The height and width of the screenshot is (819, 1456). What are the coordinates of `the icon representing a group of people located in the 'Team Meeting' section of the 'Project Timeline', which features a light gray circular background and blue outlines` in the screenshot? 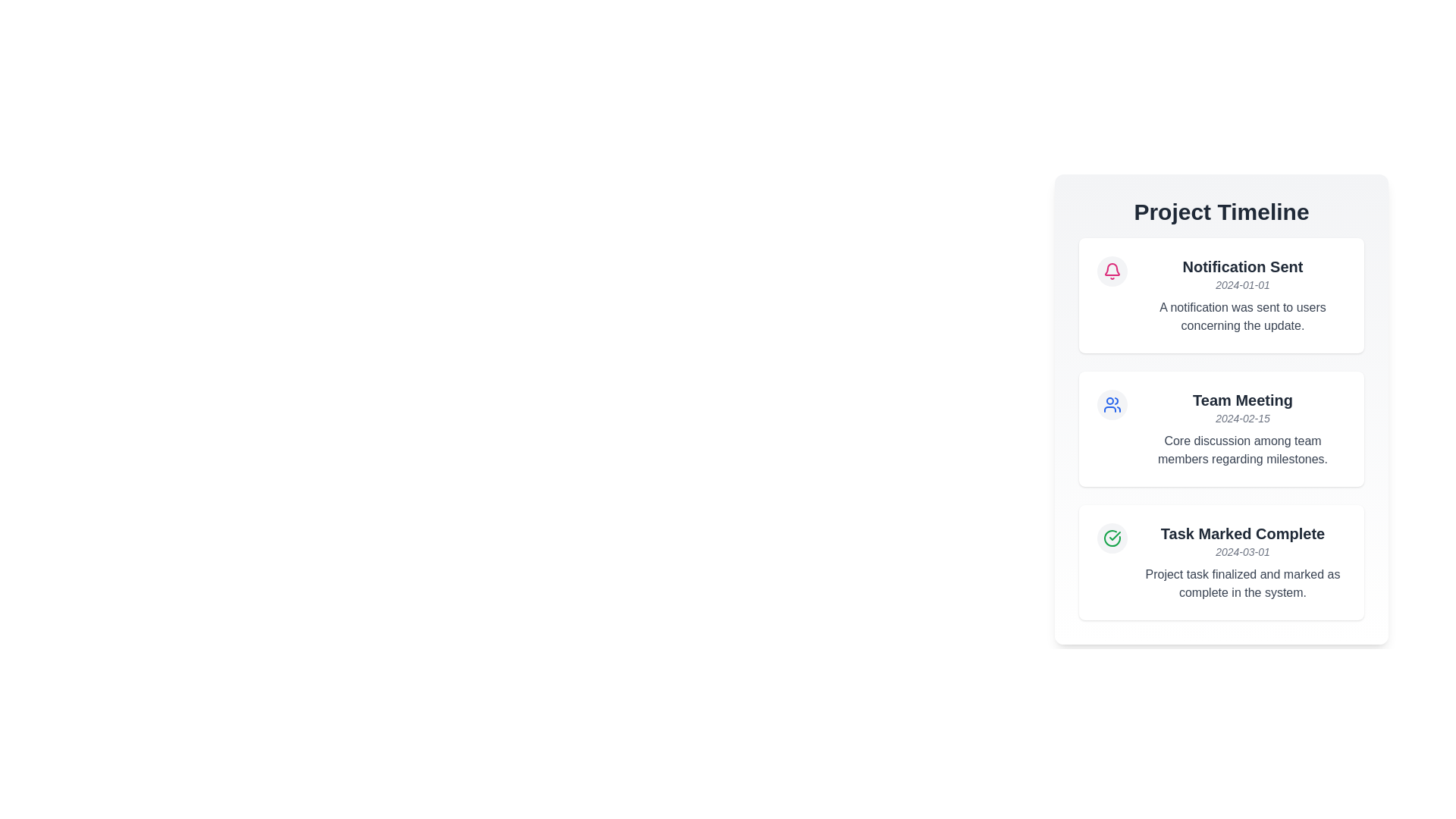 It's located at (1112, 403).